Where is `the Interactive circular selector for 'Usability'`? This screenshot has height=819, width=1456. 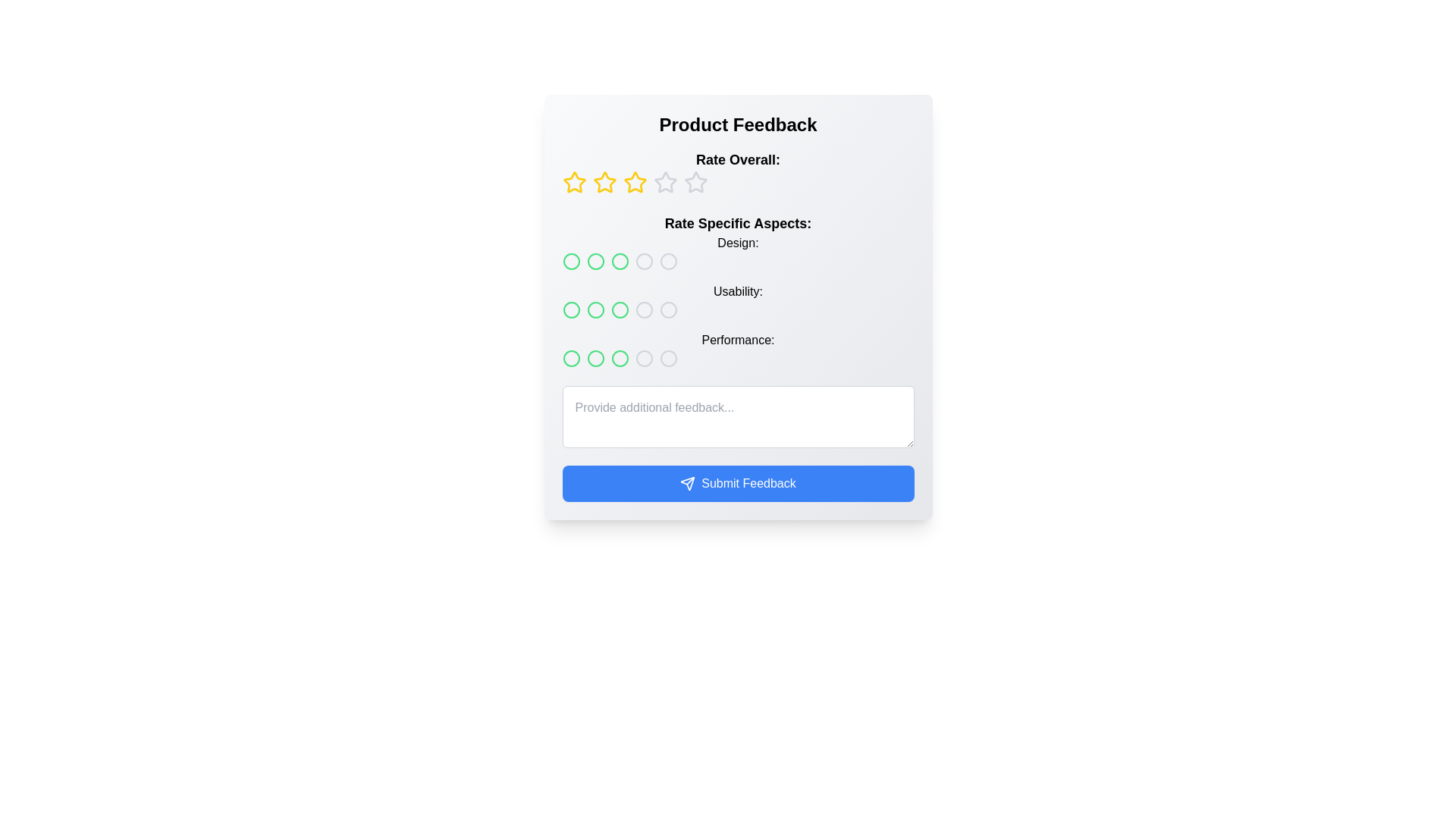 the Interactive circular selector for 'Usability' is located at coordinates (667, 309).